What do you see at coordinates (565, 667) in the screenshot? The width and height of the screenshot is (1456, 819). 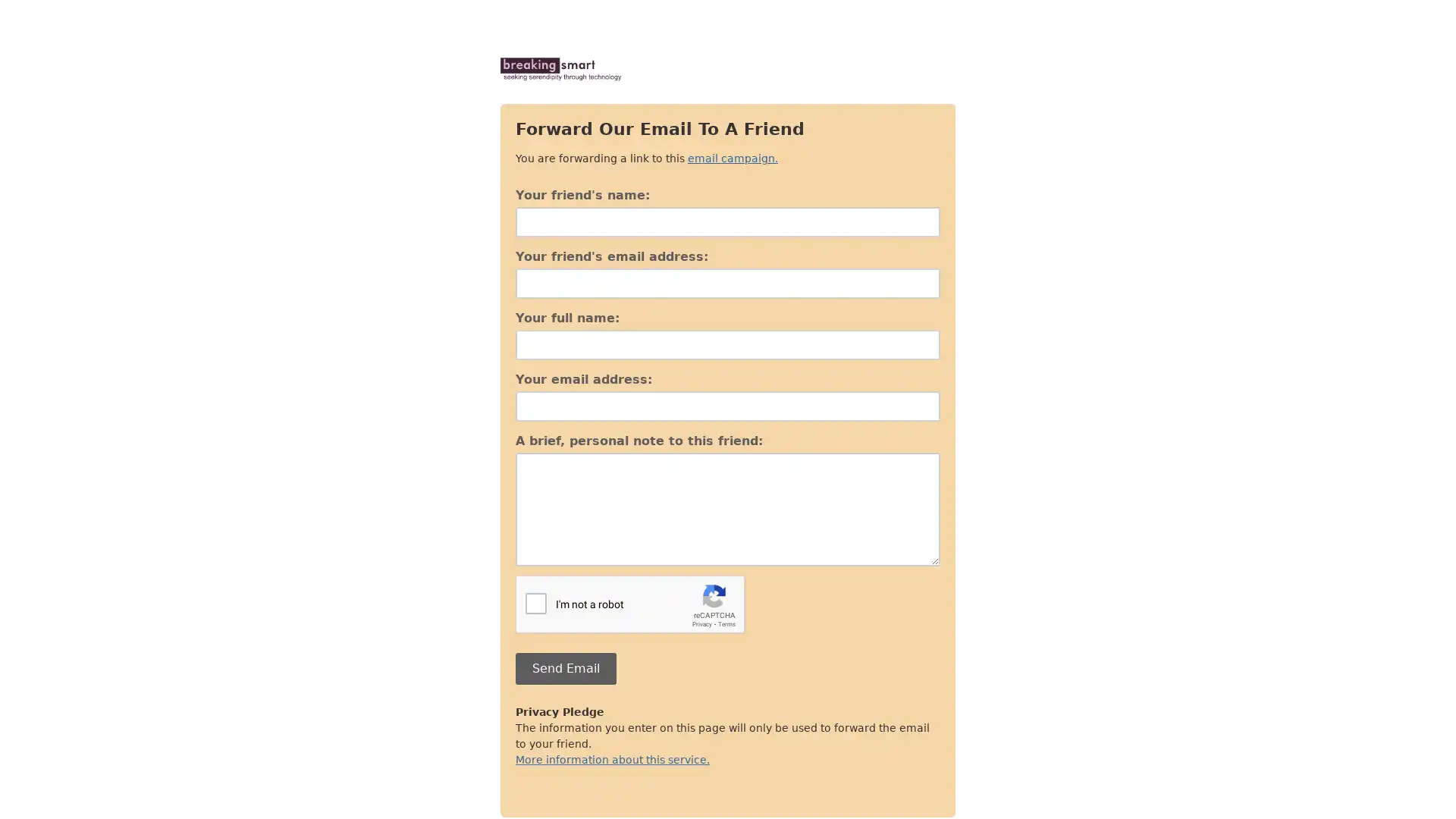 I see `Send Email` at bounding box center [565, 667].